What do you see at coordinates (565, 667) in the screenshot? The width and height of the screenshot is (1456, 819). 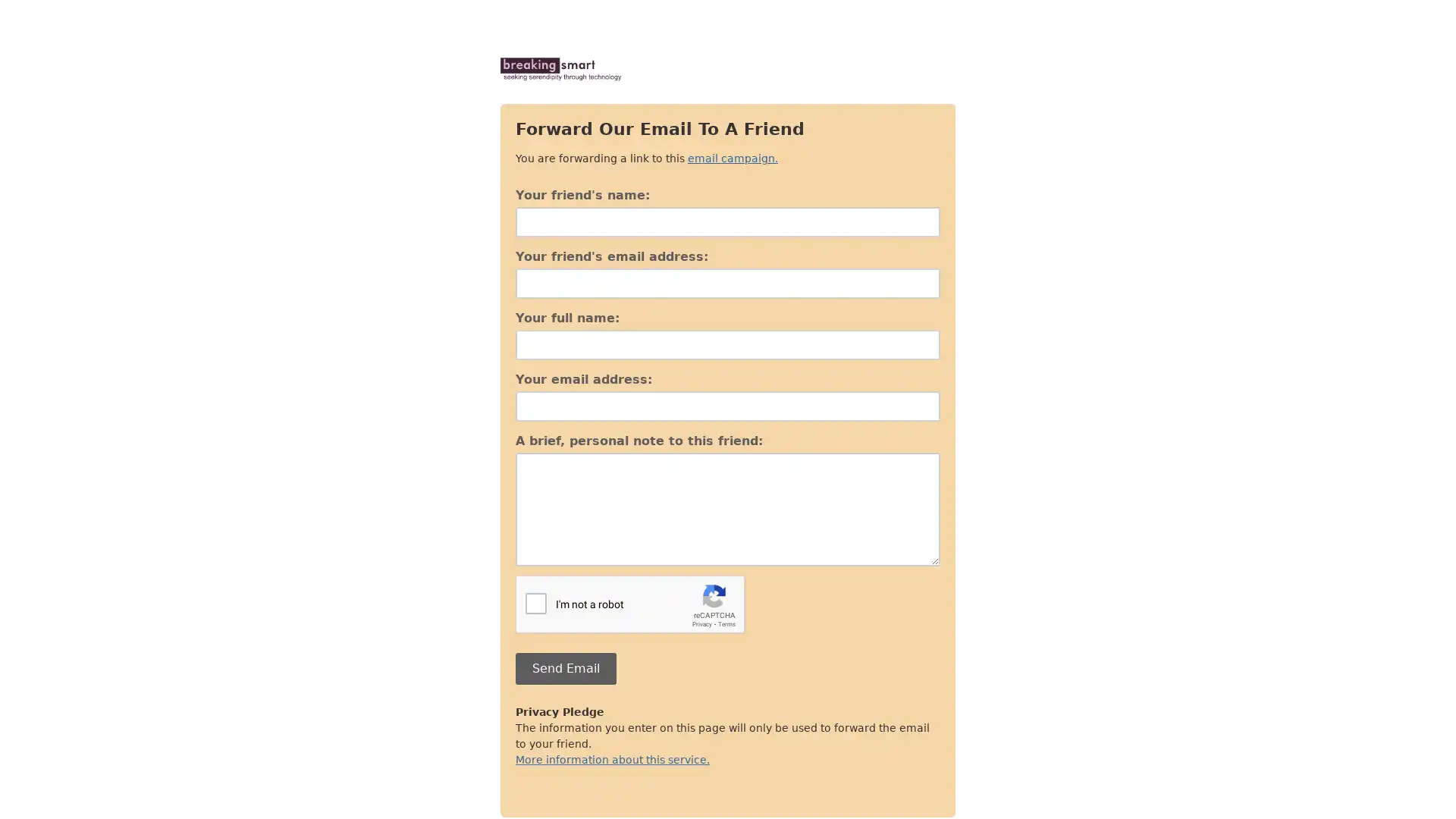 I see `Send Email` at bounding box center [565, 667].